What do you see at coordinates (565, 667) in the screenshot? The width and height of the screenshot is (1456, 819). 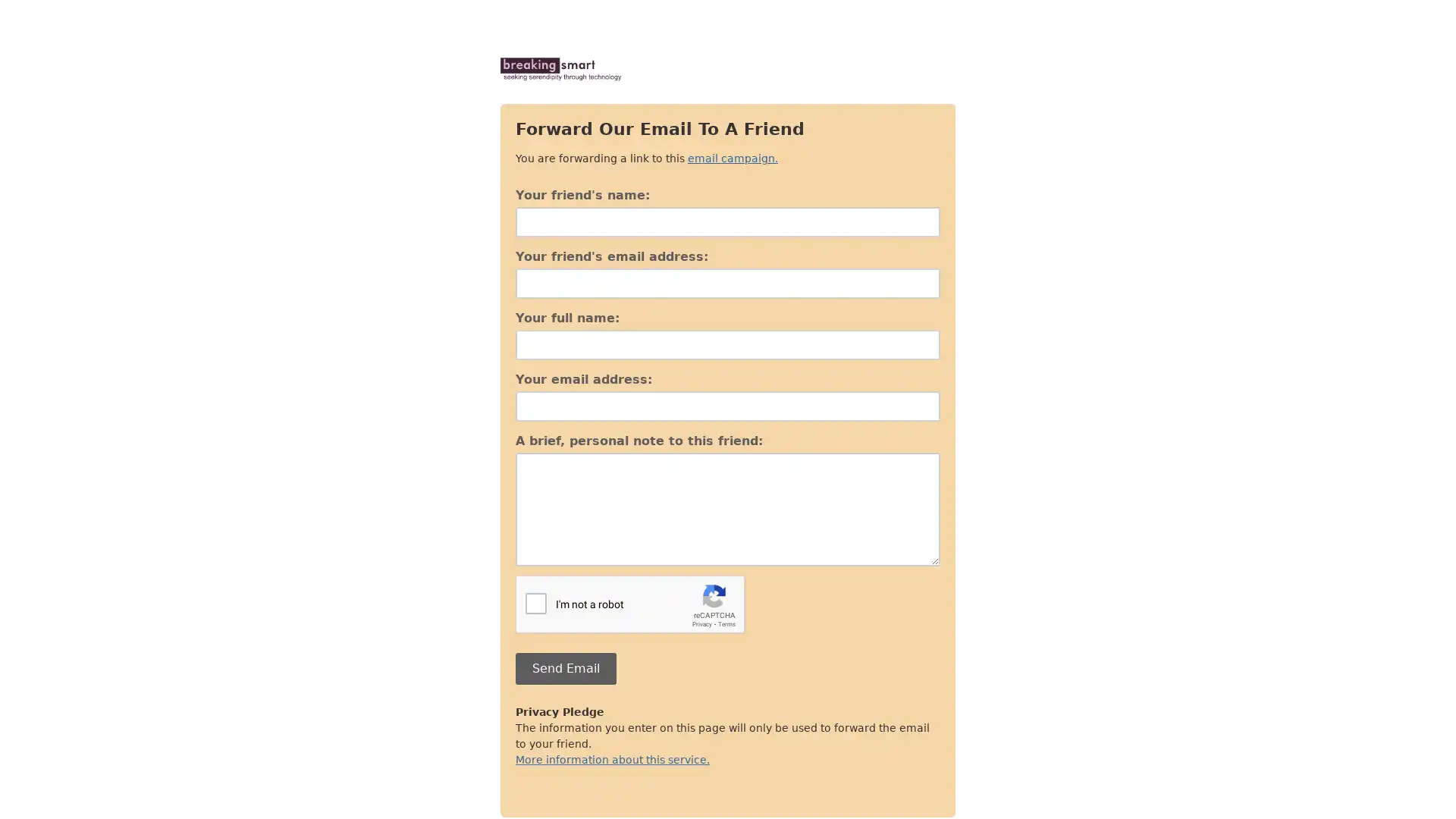 I see `Send Email` at bounding box center [565, 667].